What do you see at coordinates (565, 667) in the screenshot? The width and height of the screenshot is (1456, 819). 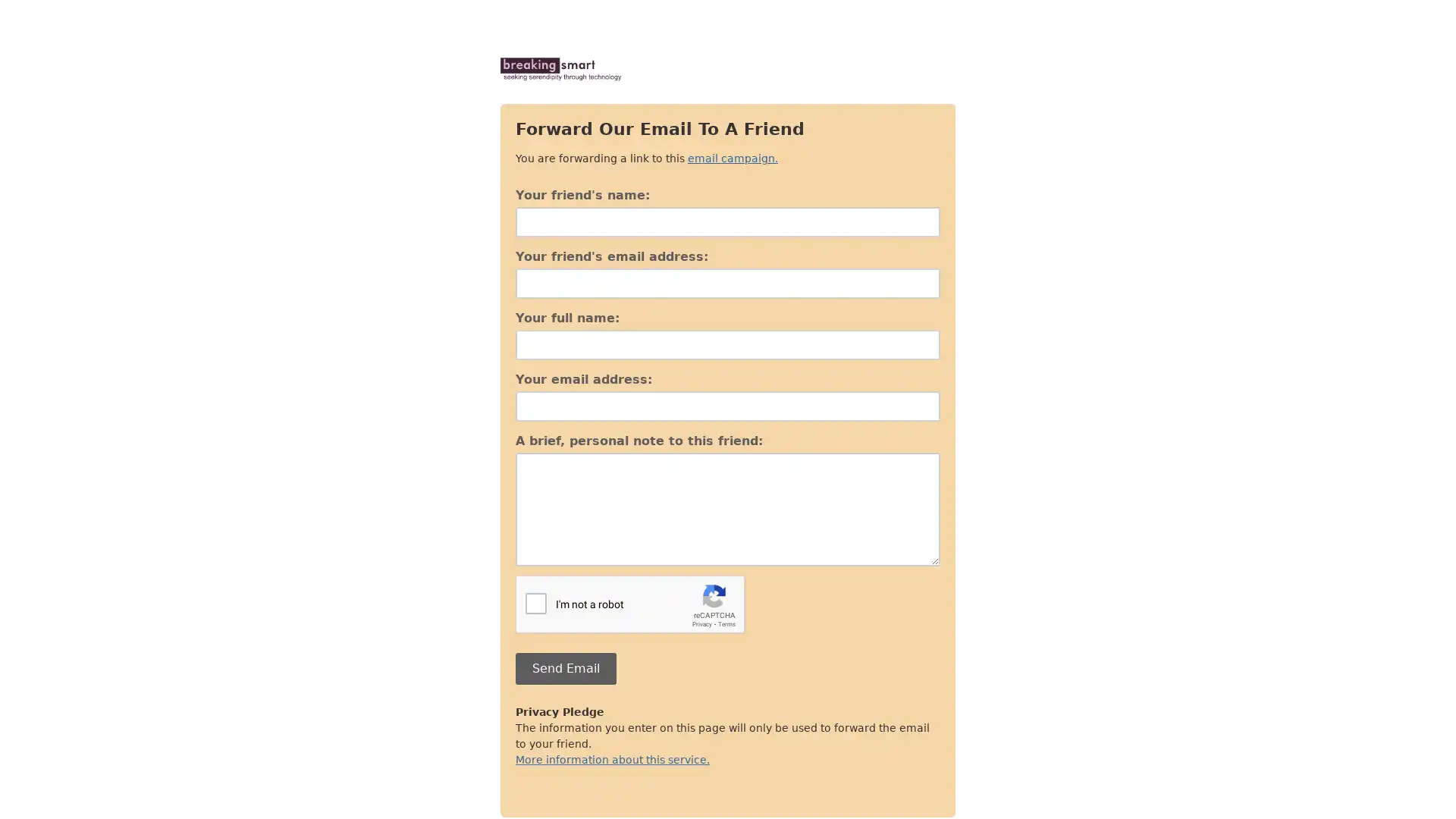 I see `Send Email` at bounding box center [565, 667].